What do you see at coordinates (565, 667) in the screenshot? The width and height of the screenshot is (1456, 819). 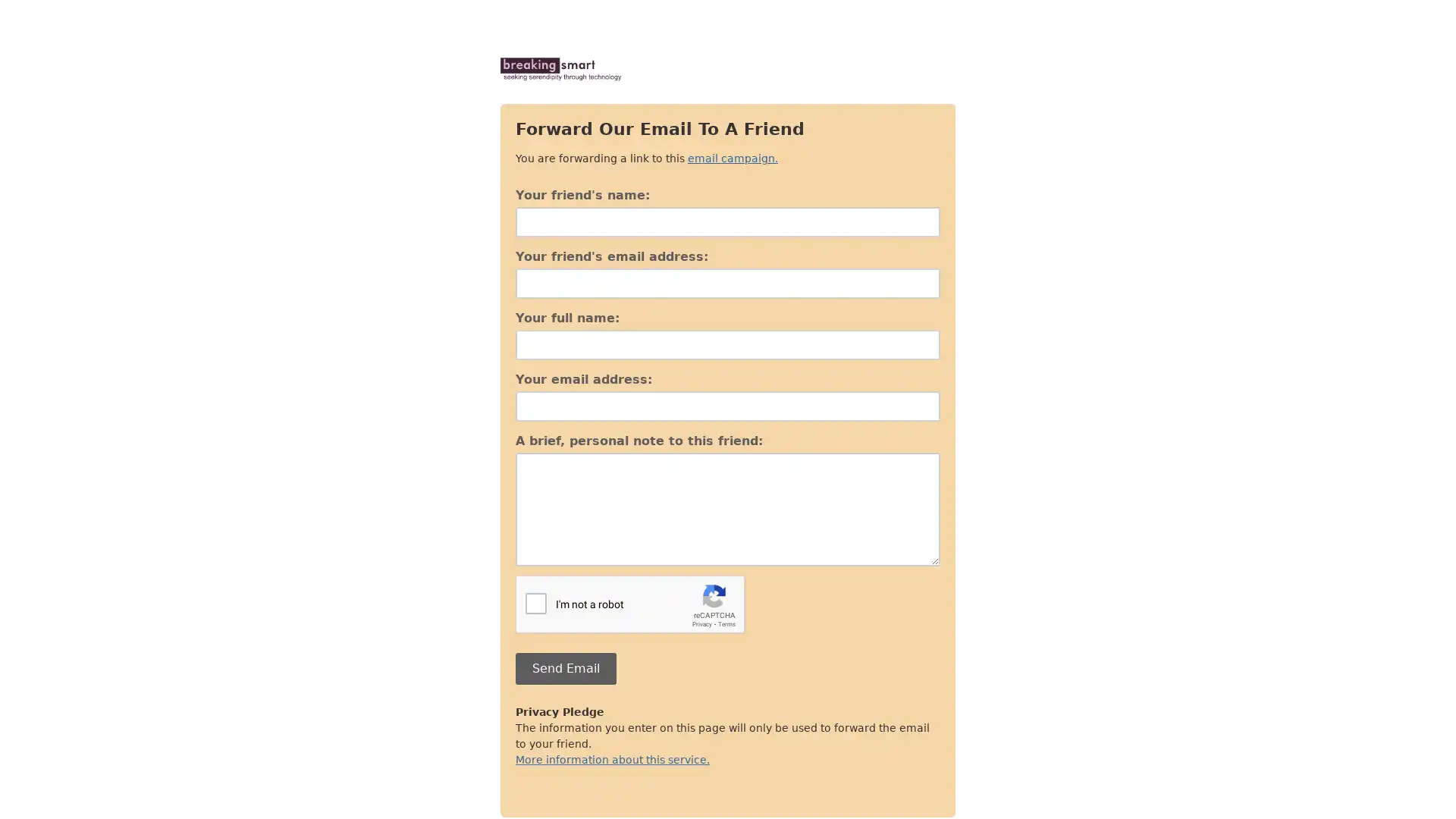 I see `Send Email` at bounding box center [565, 667].